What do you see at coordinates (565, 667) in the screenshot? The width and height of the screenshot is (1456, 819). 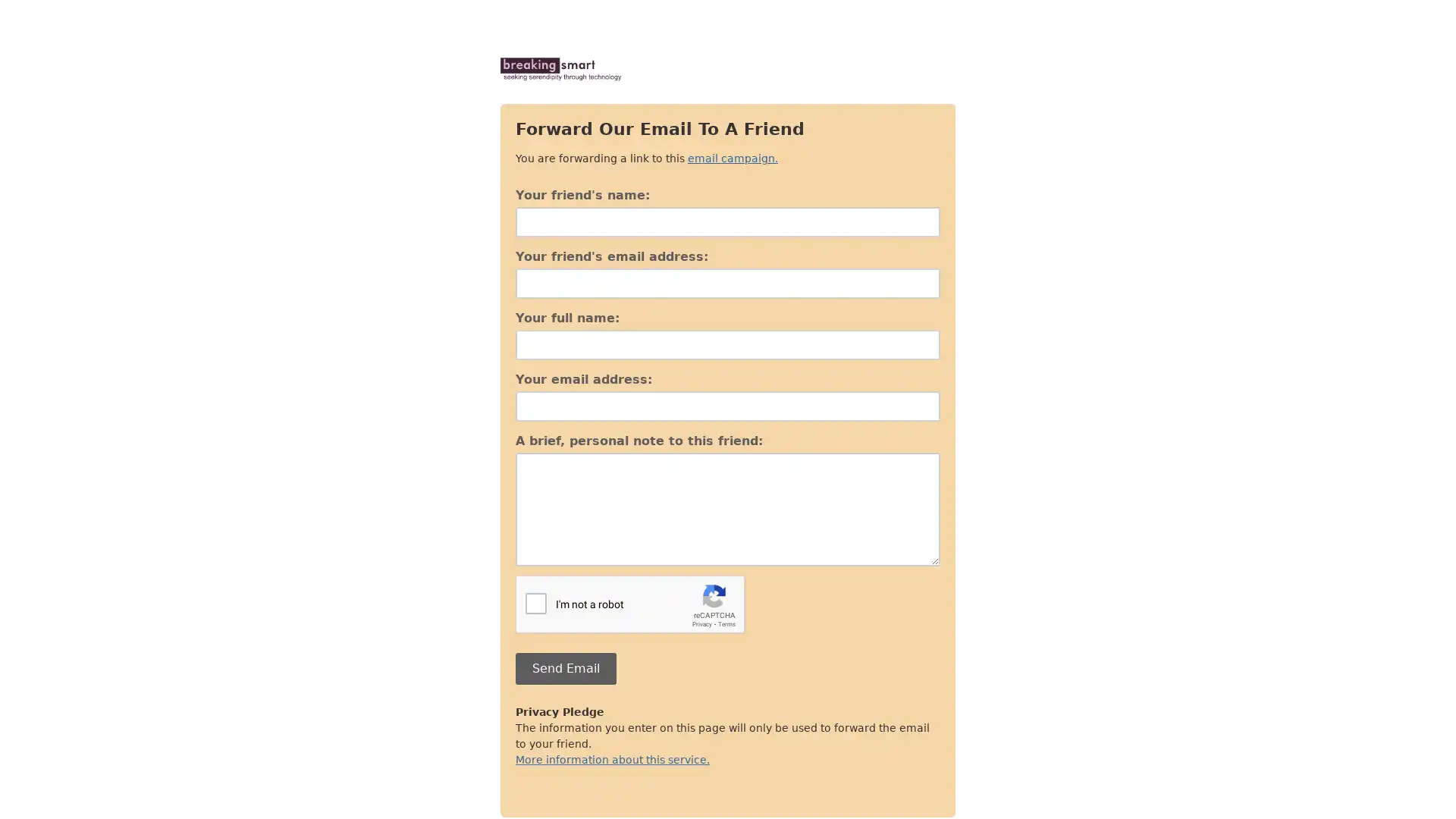 I see `Send Email` at bounding box center [565, 667].